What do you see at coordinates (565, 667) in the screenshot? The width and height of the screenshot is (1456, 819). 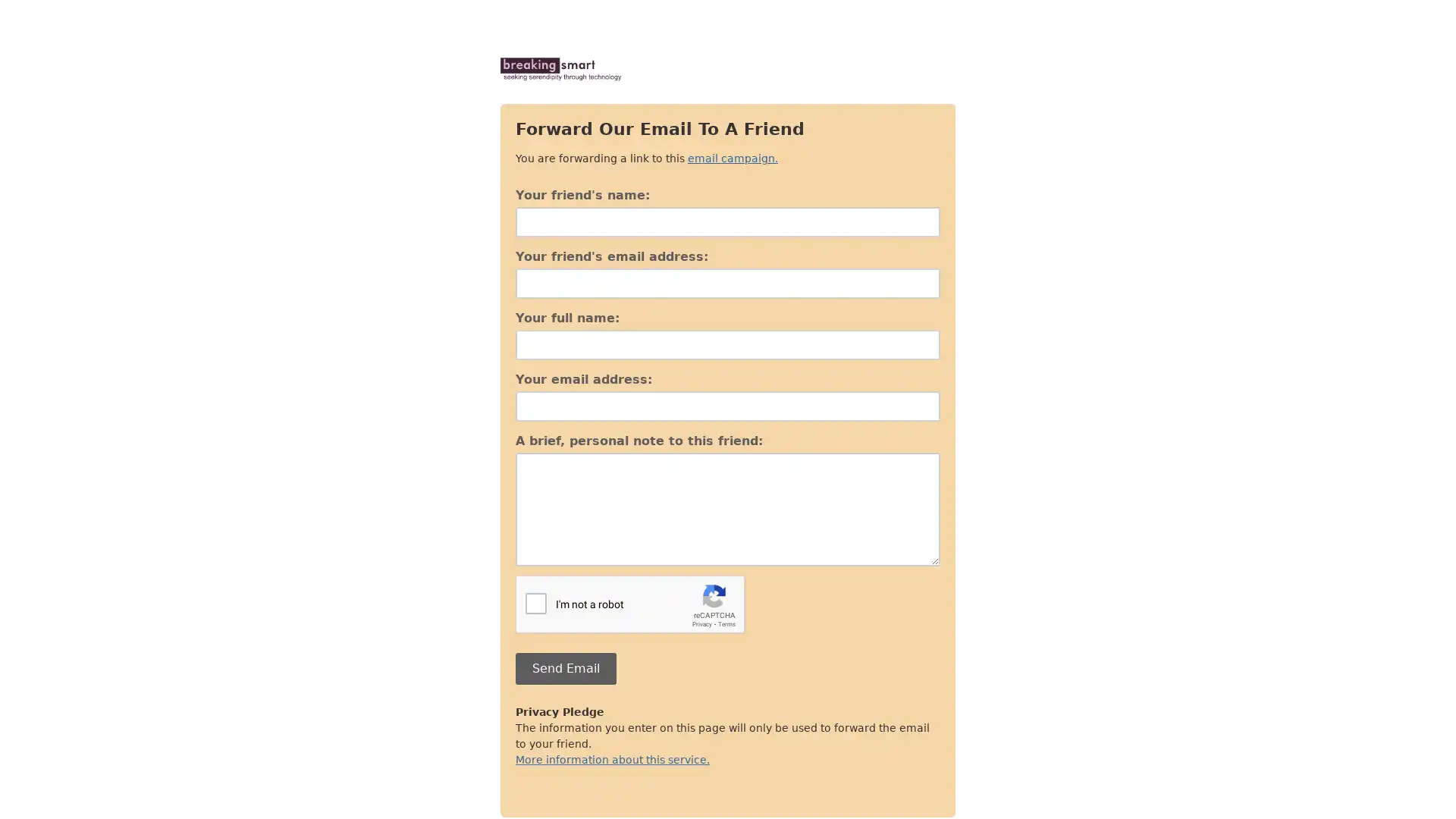 I see `Send Email` at bounding box center [565, 667].